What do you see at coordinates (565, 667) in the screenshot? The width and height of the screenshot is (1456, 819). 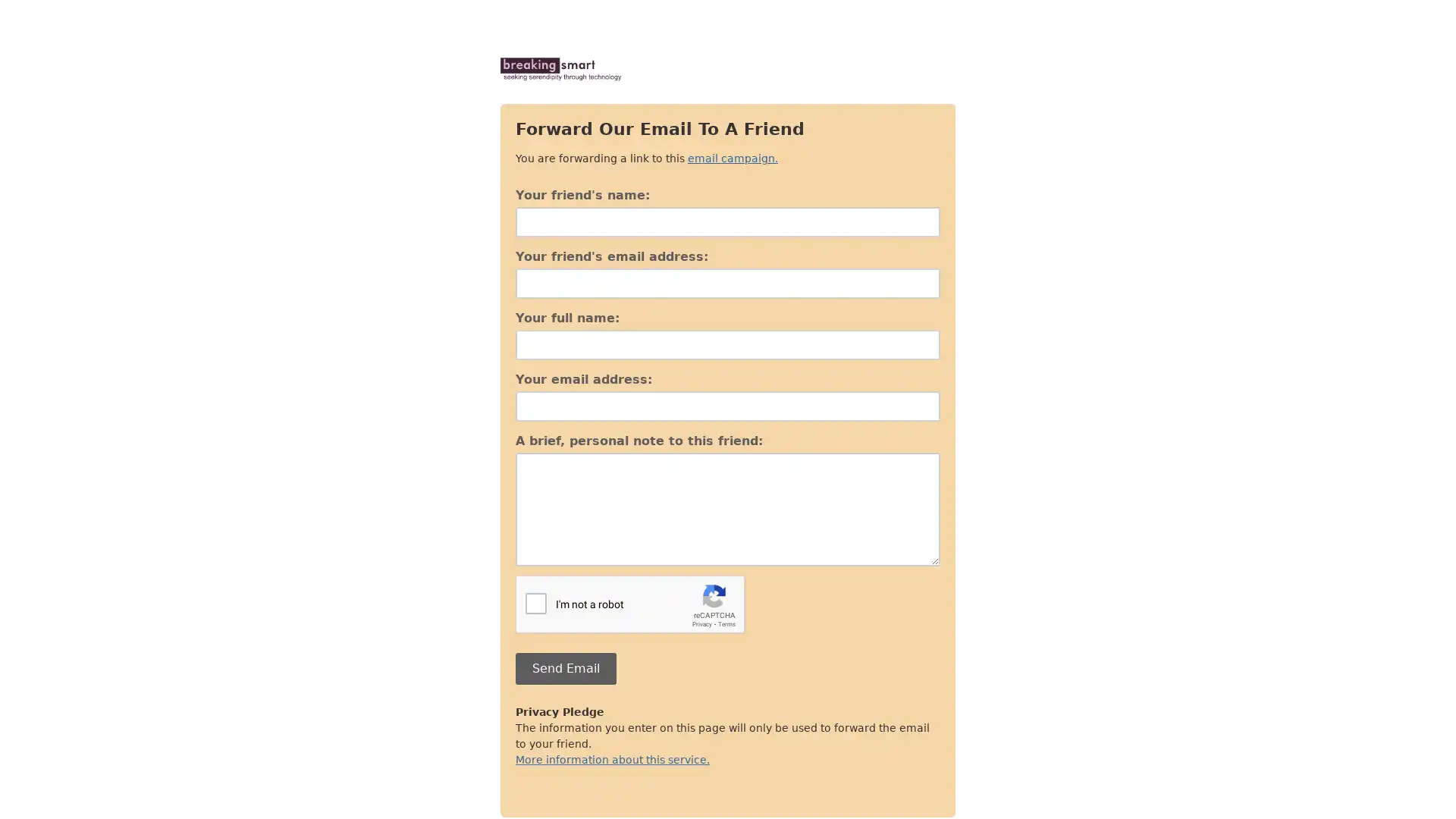 I see `Send Email` at bounding box center [565, 667].